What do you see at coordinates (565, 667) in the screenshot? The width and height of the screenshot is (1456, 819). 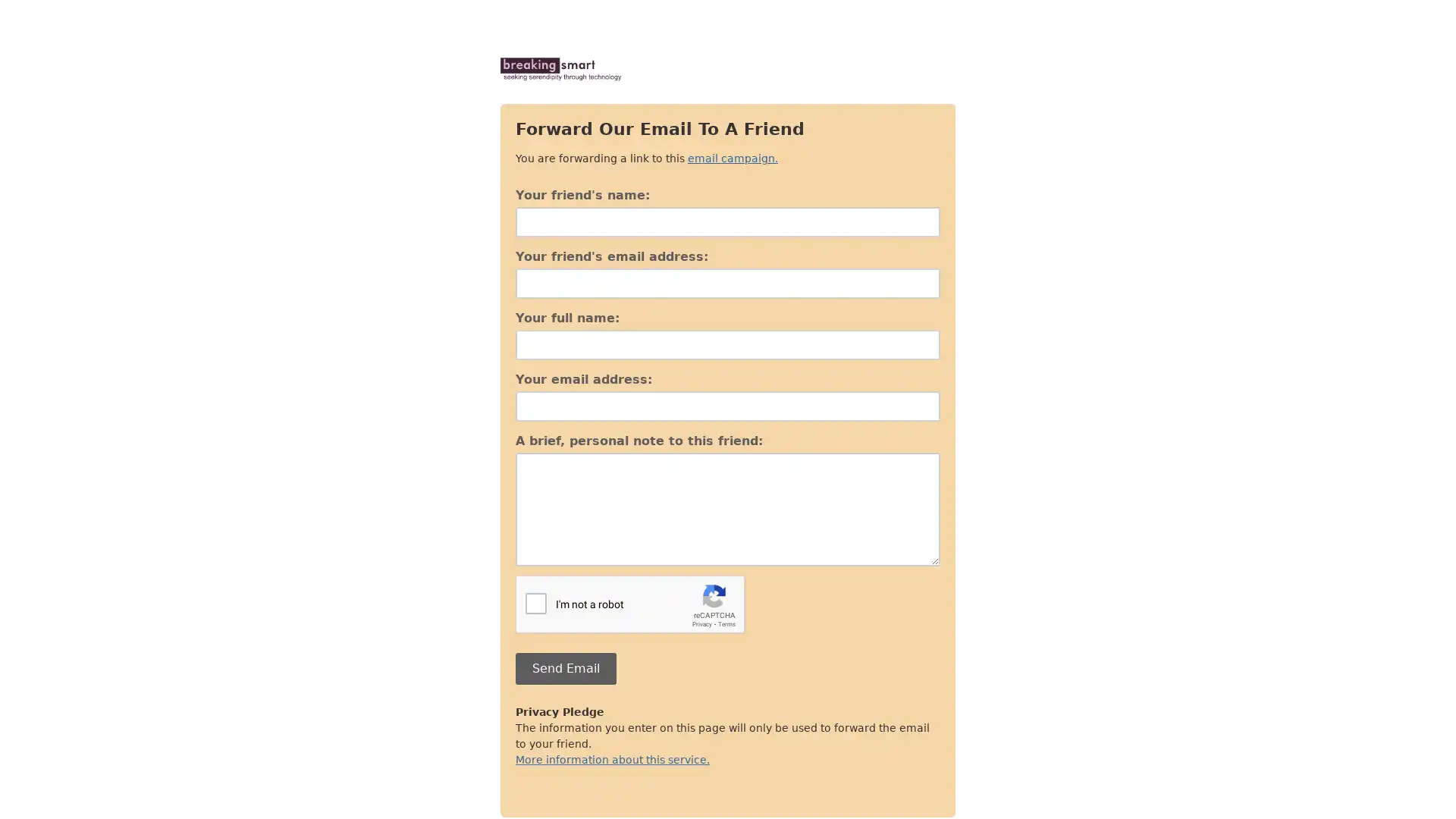 I see `Send Email` at bounding box center [565, 667].